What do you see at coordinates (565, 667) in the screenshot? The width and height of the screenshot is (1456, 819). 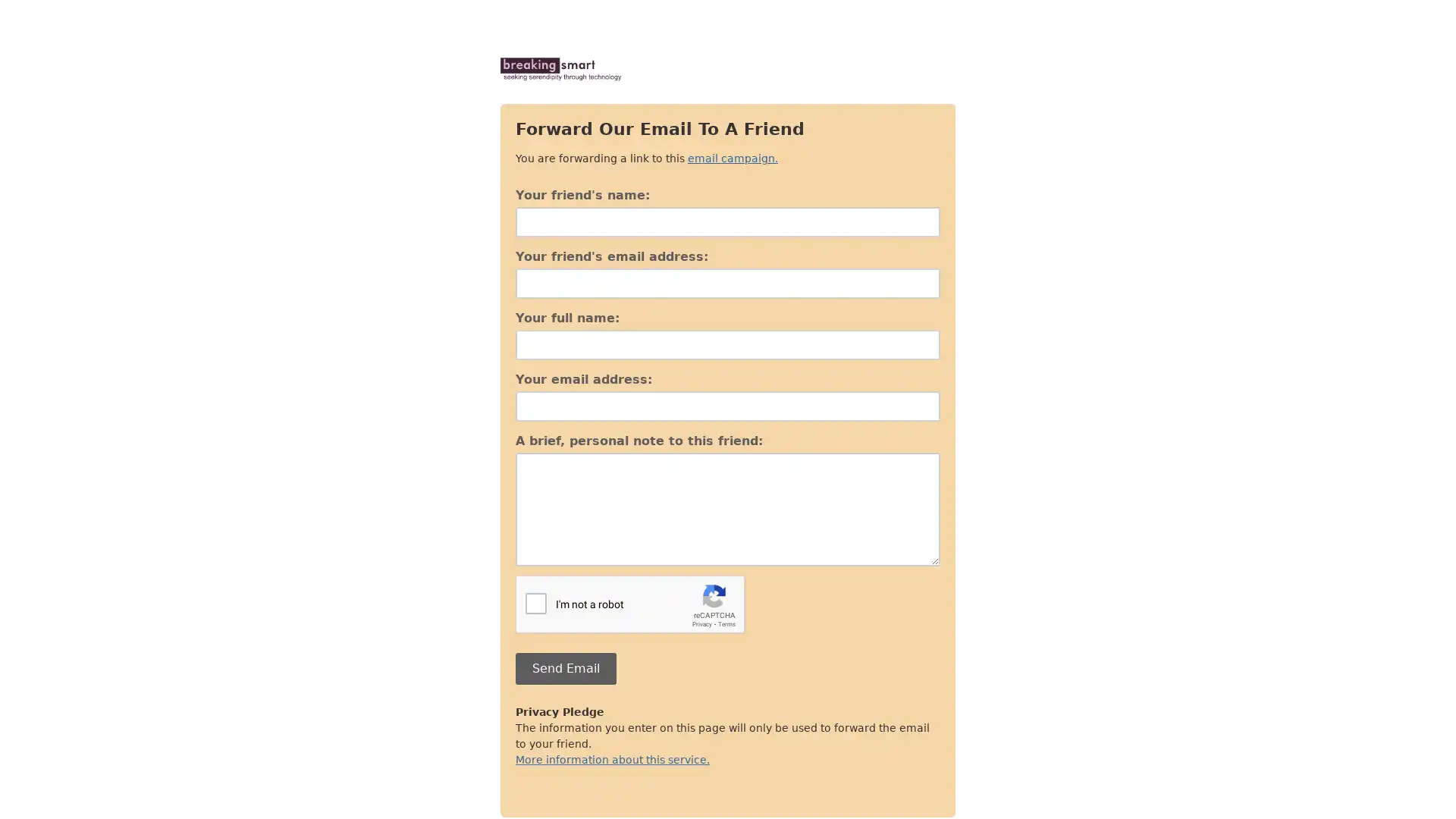 I see `Send Email` at bounding box center [565, 667].